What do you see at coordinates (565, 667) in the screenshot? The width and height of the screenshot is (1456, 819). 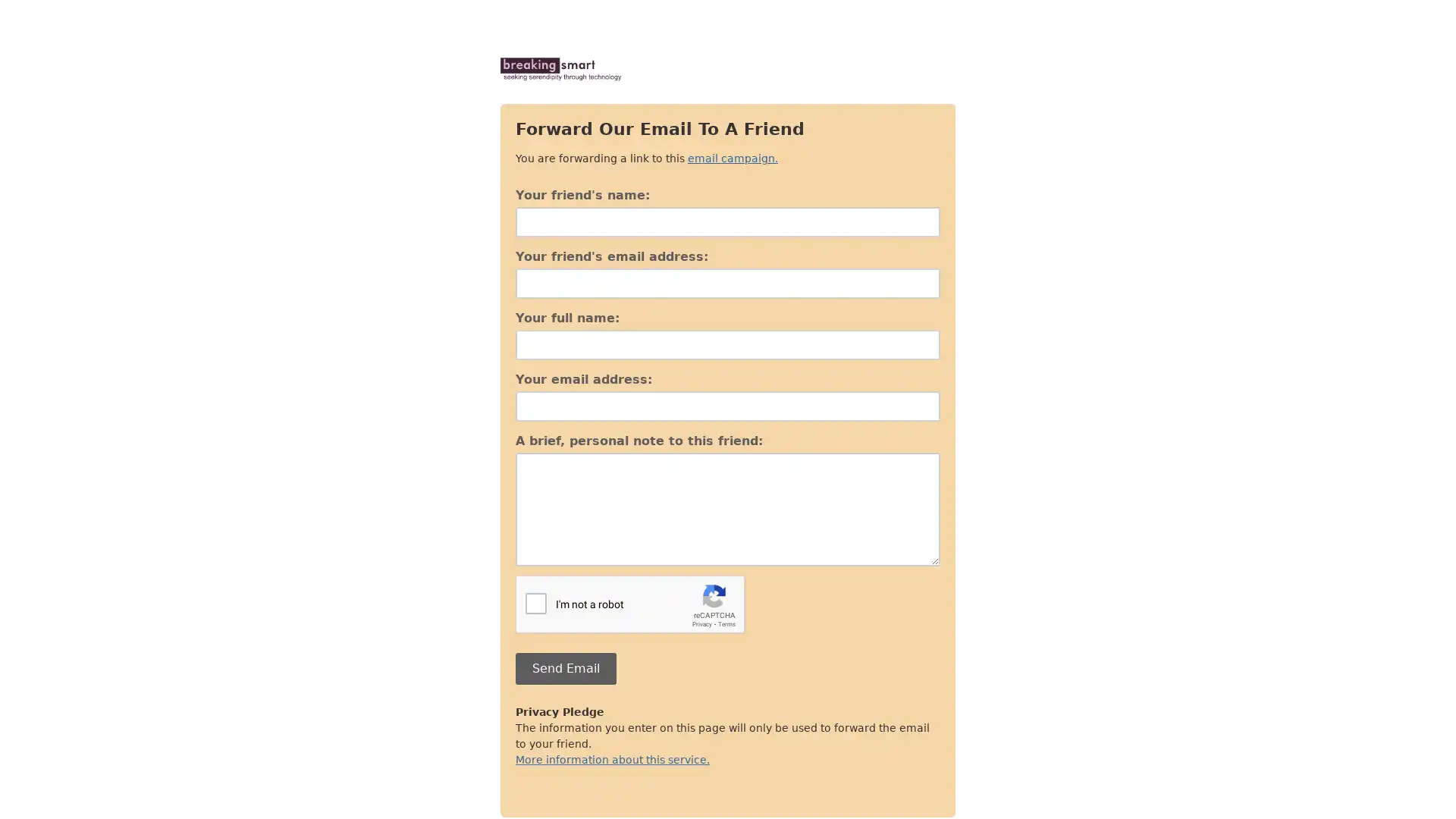 I see `Send Email` at bounding box center [565, 667].